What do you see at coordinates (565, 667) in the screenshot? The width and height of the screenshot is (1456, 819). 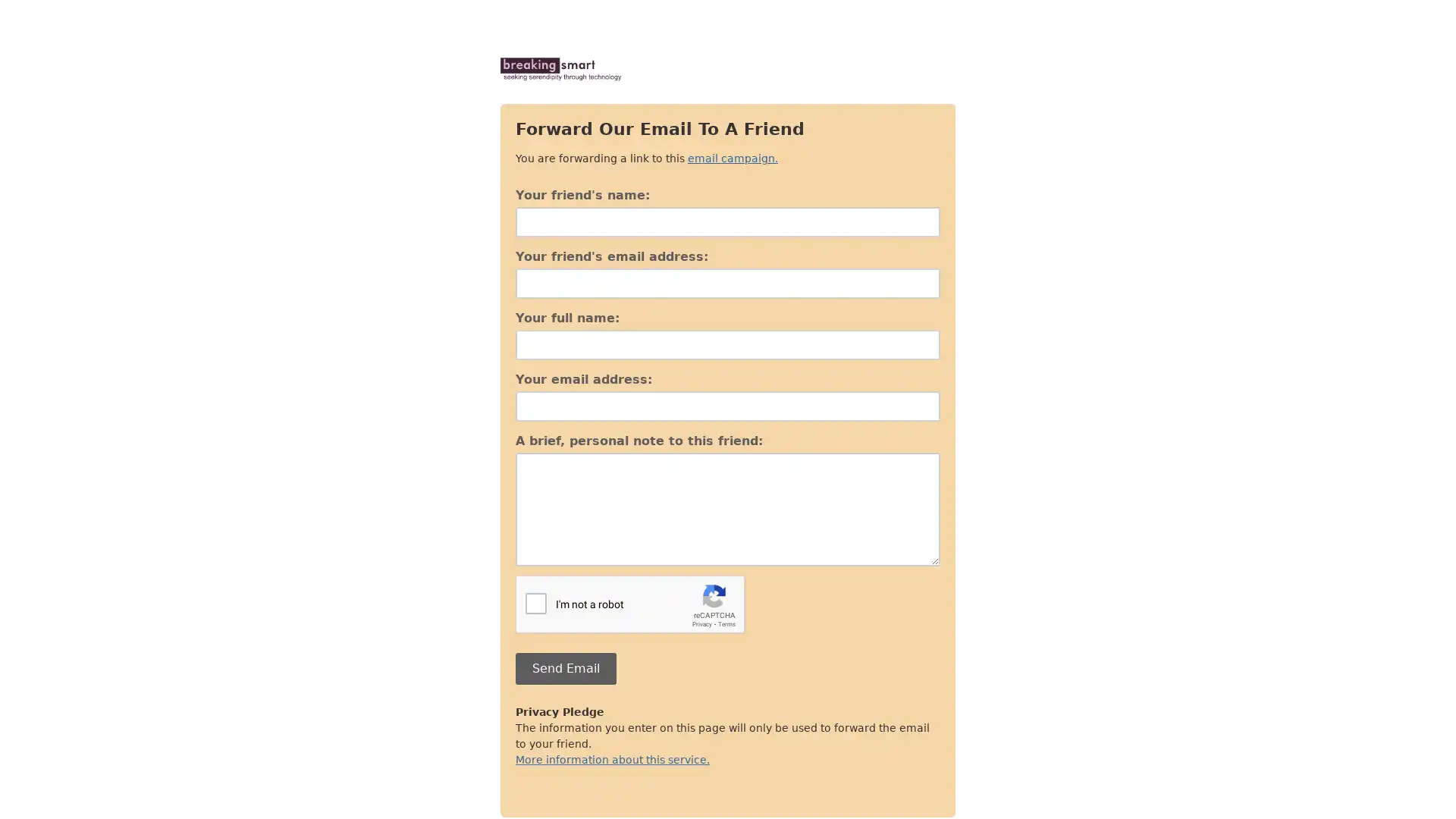 I see `Send Email` at bounding box center [565, 667].